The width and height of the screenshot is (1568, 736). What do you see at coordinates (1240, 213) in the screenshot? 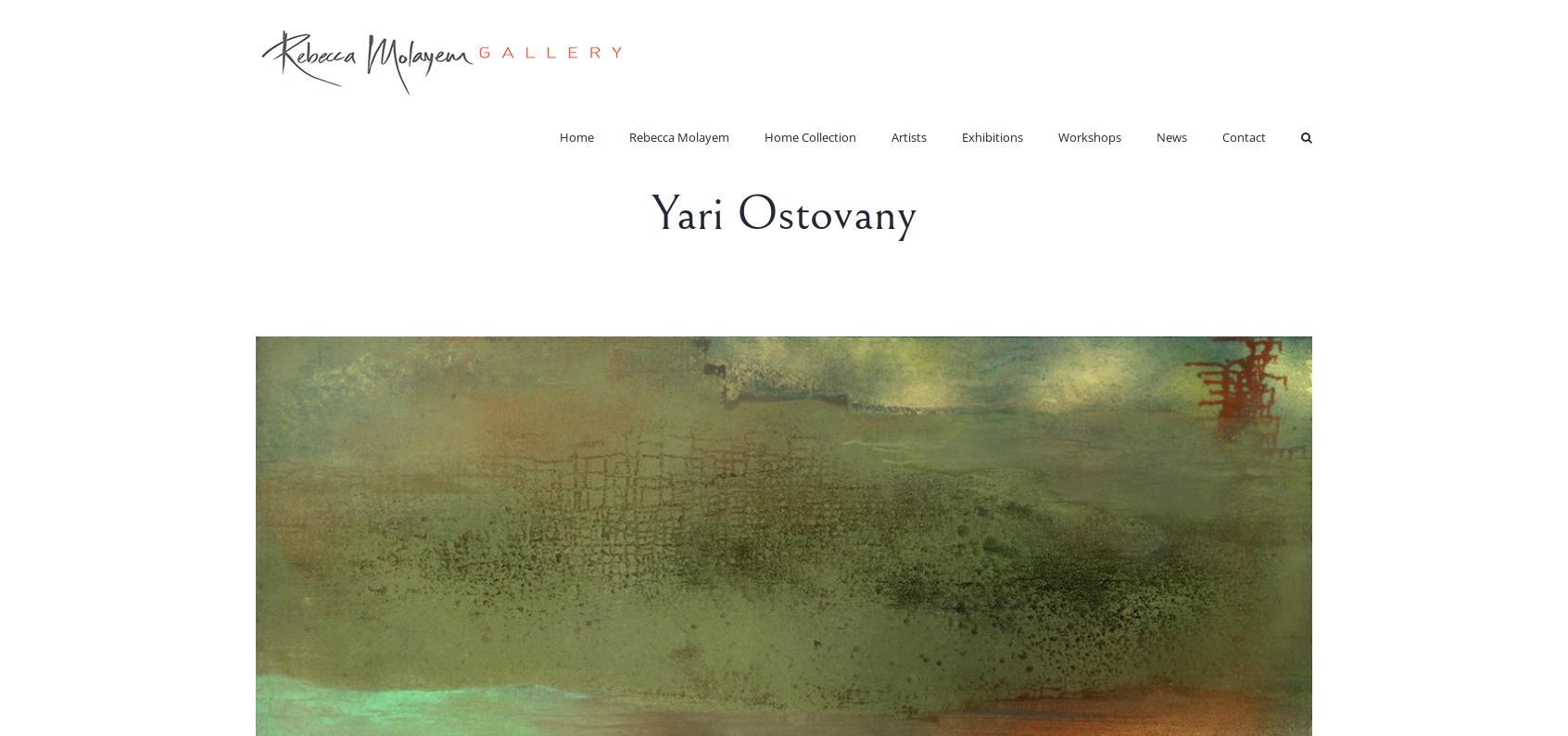
I see `'Submission Guidelines'` at bounding box center [1240, 213].